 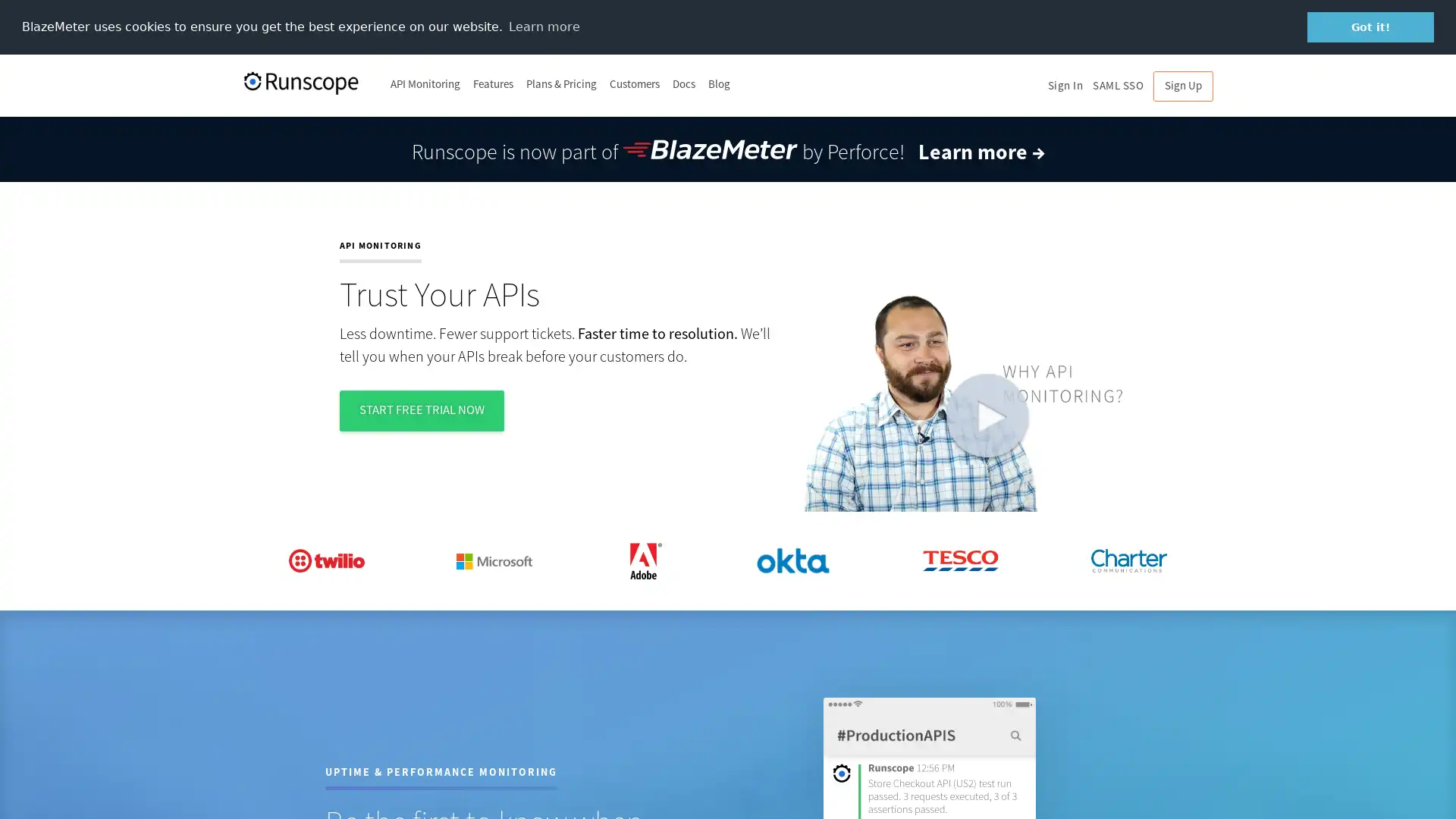 I want to click on dismiss cookie message, so click(x=1370, y=27).